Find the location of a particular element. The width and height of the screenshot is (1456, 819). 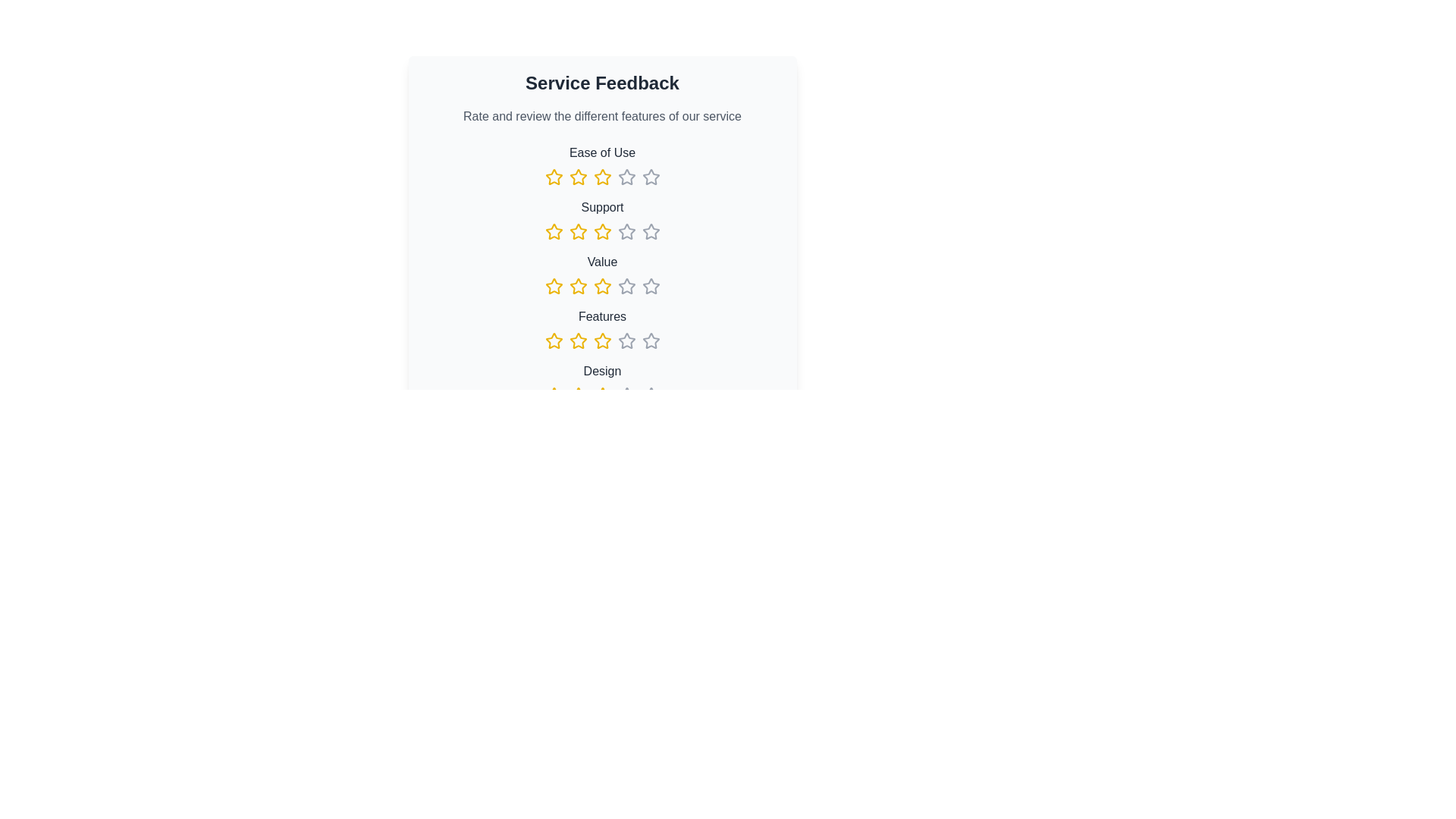

the Rating element for 'Value' located is located at coordinates (601, 275).